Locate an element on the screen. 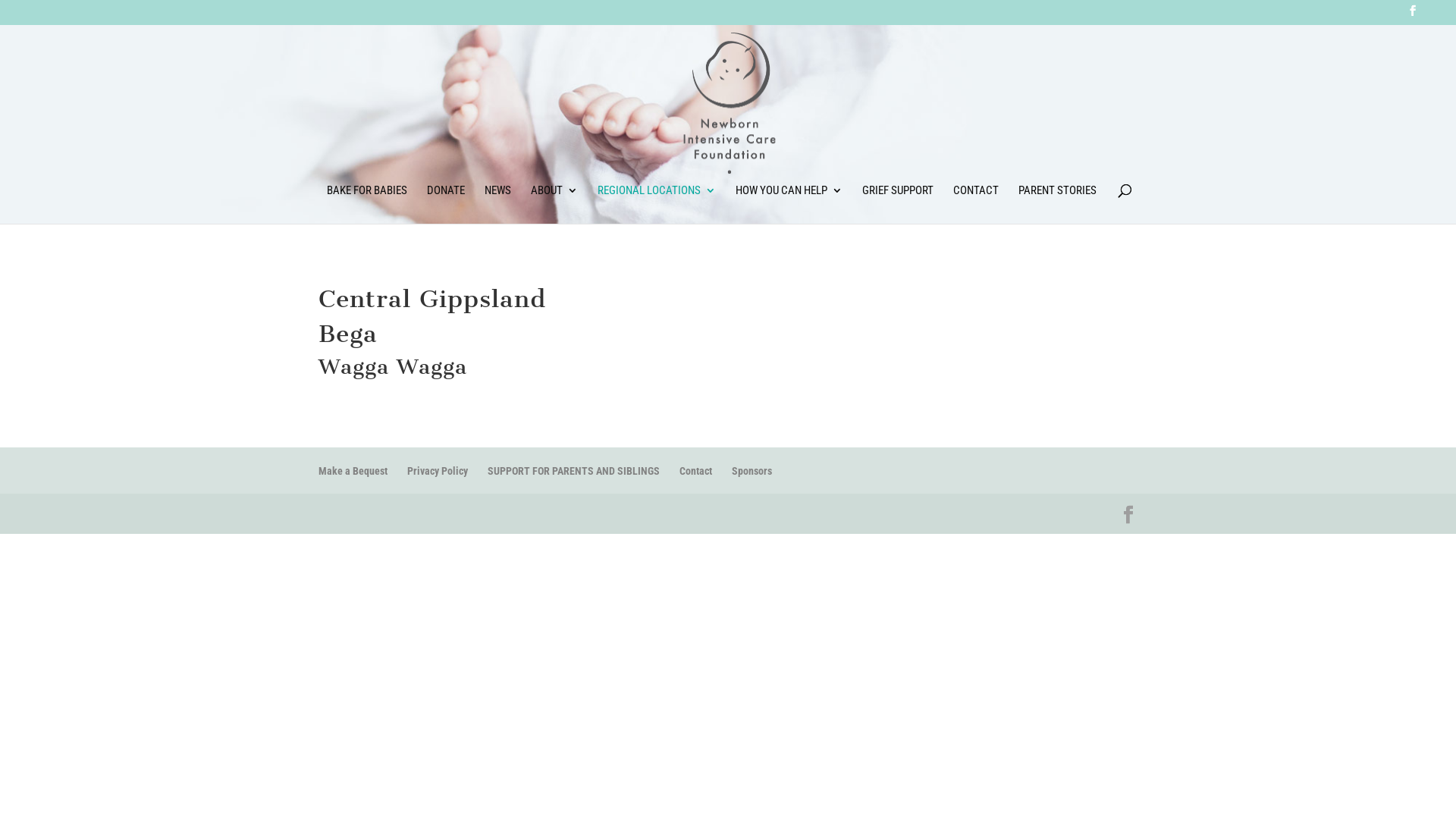 The width and height of the screenshot is (1456, 819). 'Bega' is located at coordinates (347, 332).